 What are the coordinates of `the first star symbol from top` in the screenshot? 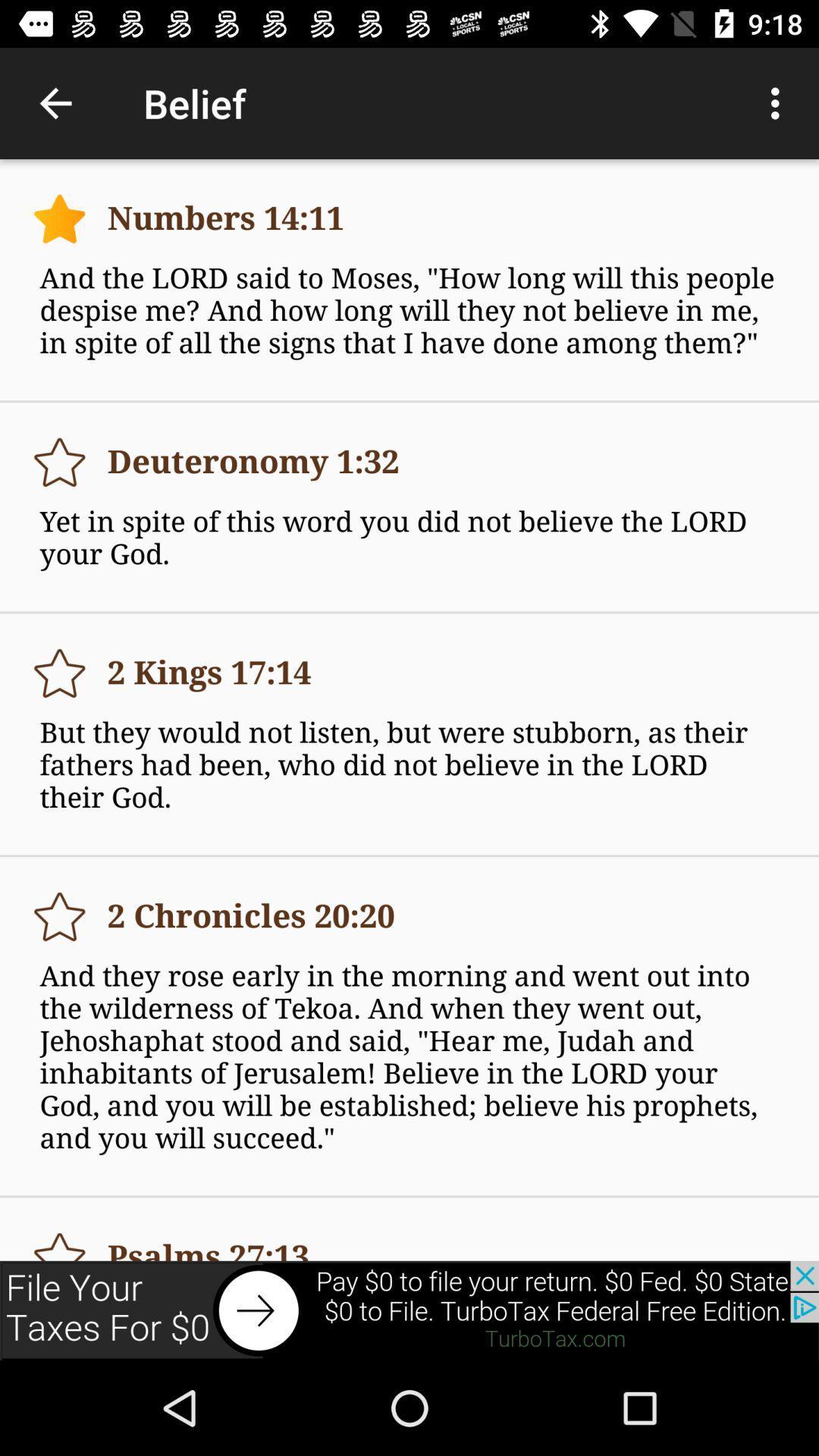 It's located at (58, 218).